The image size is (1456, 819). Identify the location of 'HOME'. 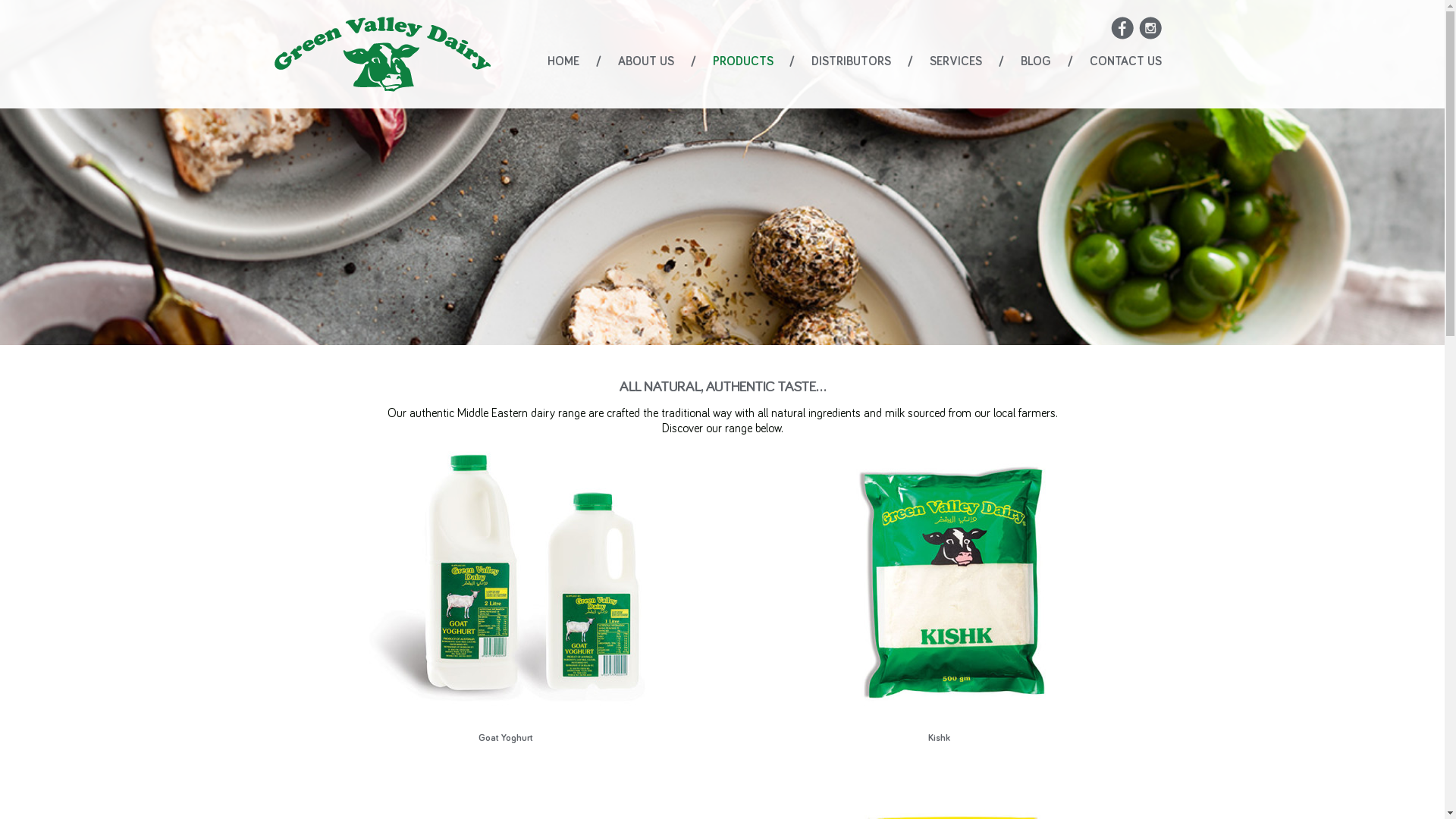
(563, 61).